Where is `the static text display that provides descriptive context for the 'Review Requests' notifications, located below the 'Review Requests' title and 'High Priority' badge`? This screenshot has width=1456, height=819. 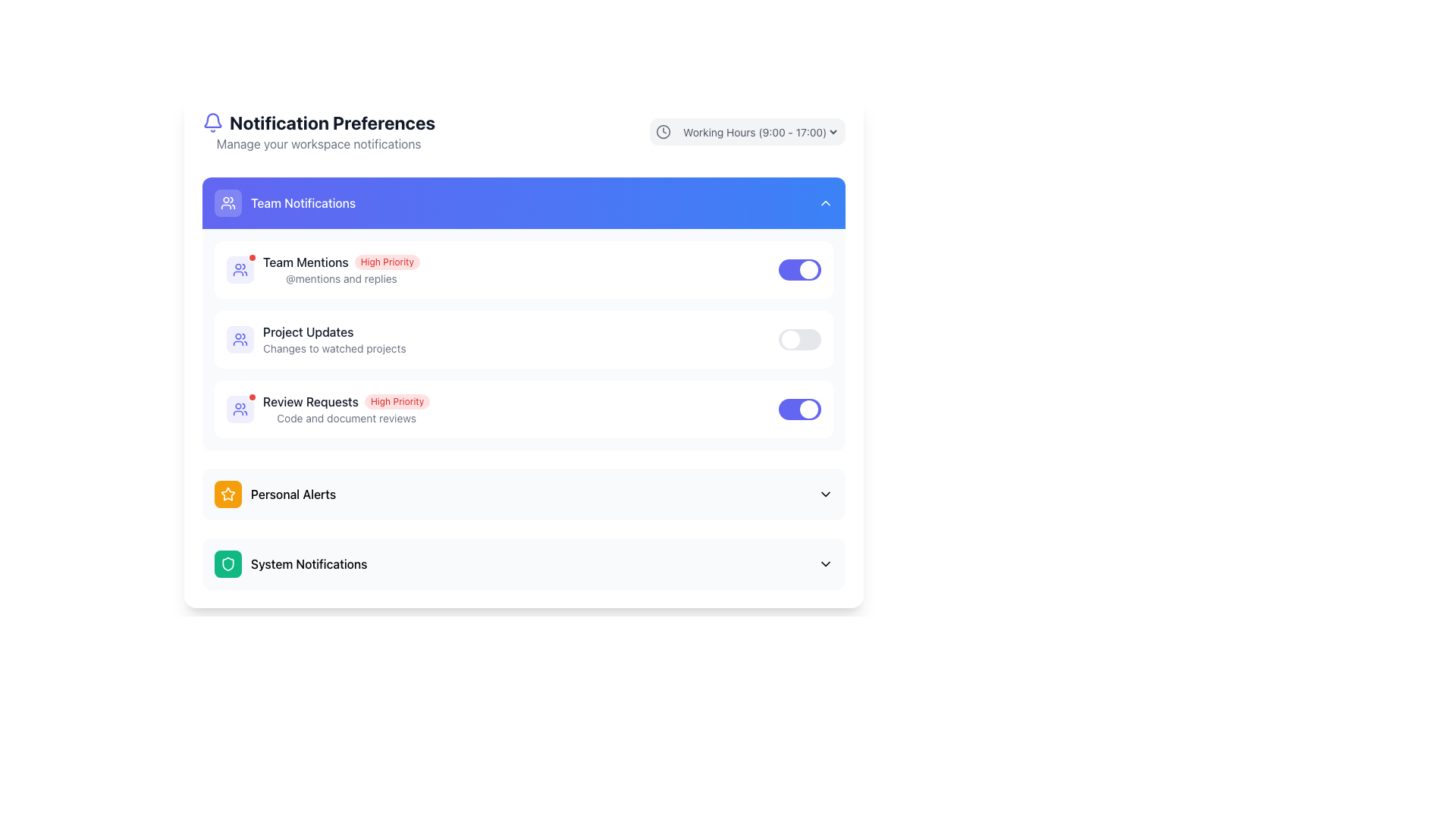
the static text display that provides descriptive context for the 'Review Requests' notifications, located below the 'Review Requests' title and 'High Priority' badge is located at coordinates (346, 418).